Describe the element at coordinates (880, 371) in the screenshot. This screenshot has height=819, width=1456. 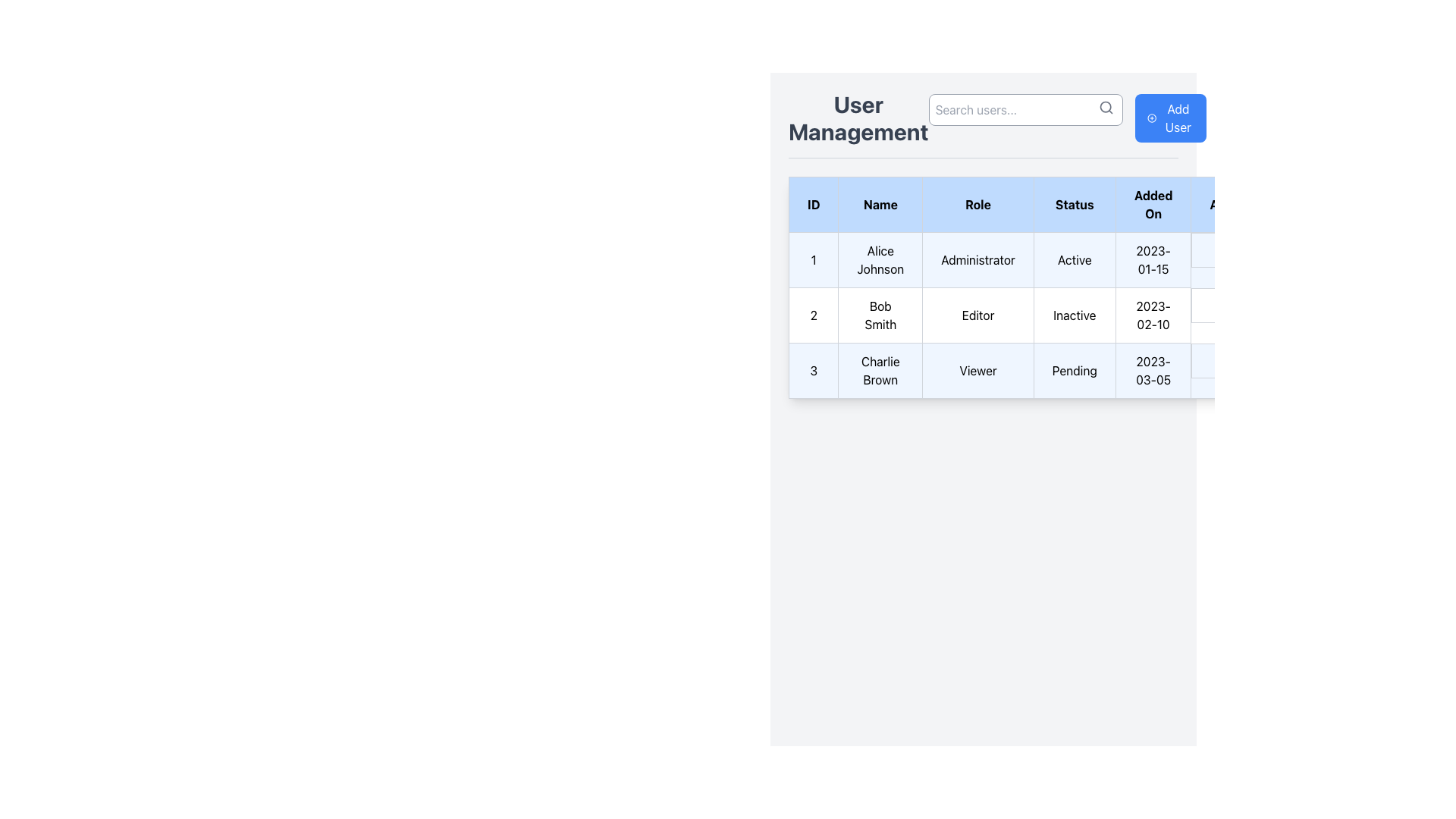
I see `text 'Charlie Brown' displayed in the table cell located in the second column of the third row in the 'User Management' interface` at that location.